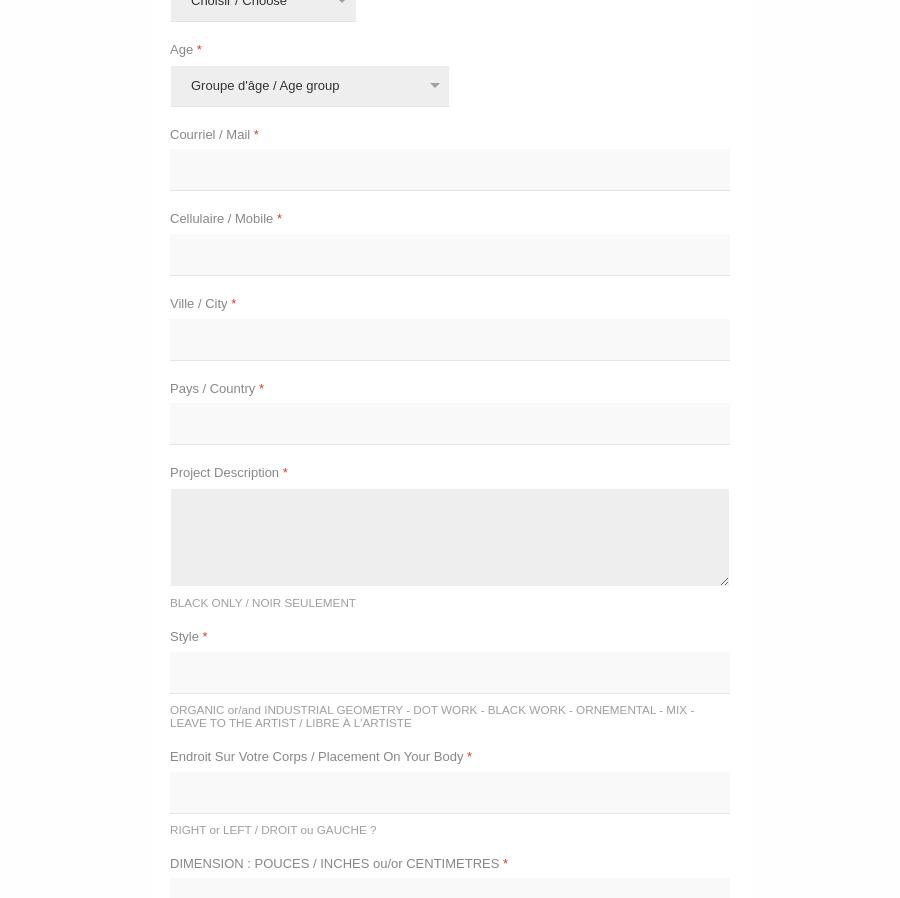  What do you see at coordinates (261, 601) in the screenshot?
I see `'BLACK ONLY / NOIR SEULEMENT'` at bounding box center [261, 601].